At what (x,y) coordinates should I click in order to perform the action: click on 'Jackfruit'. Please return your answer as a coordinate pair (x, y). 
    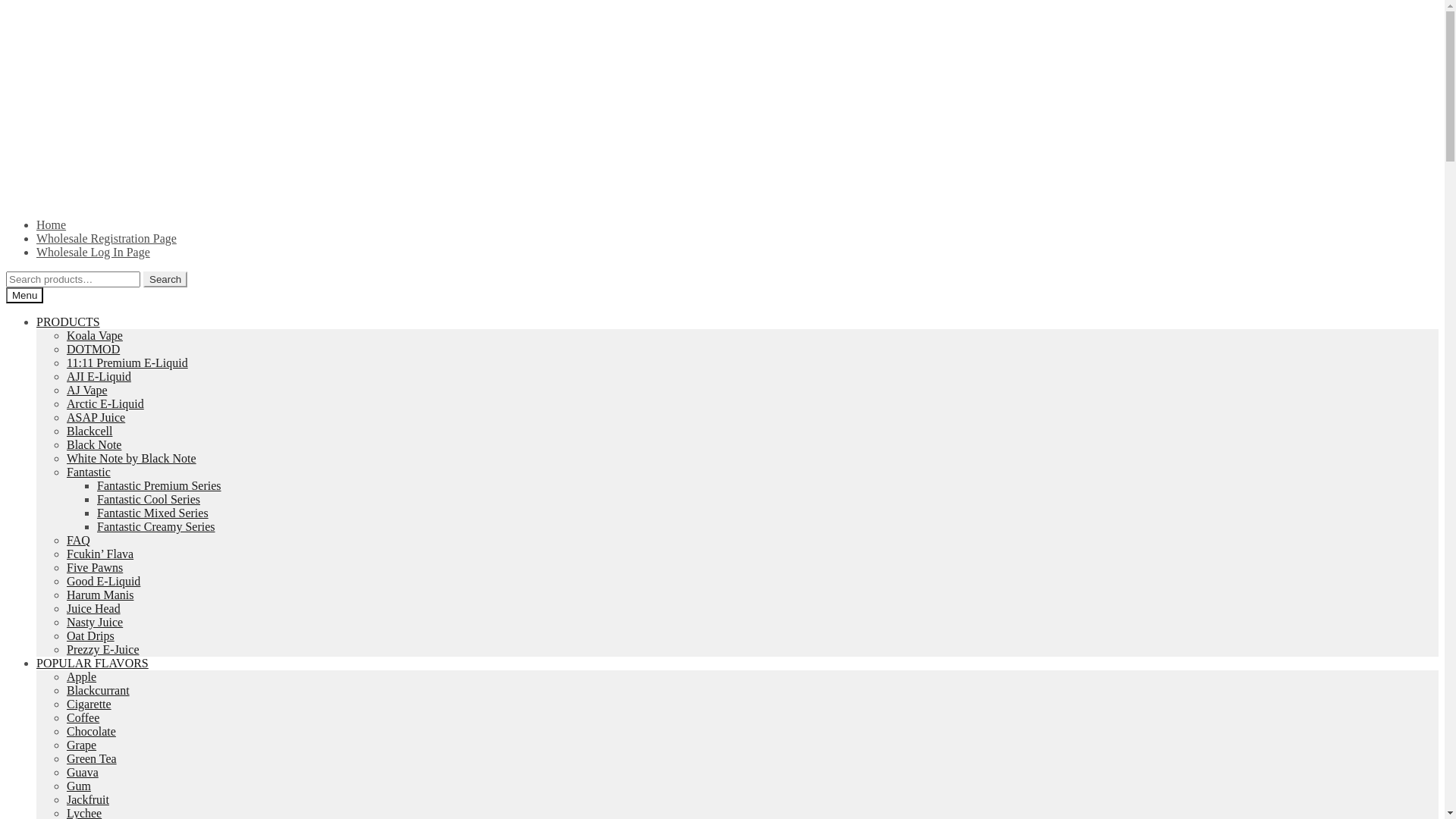
    Looking at the image, I should click on (86, 799).